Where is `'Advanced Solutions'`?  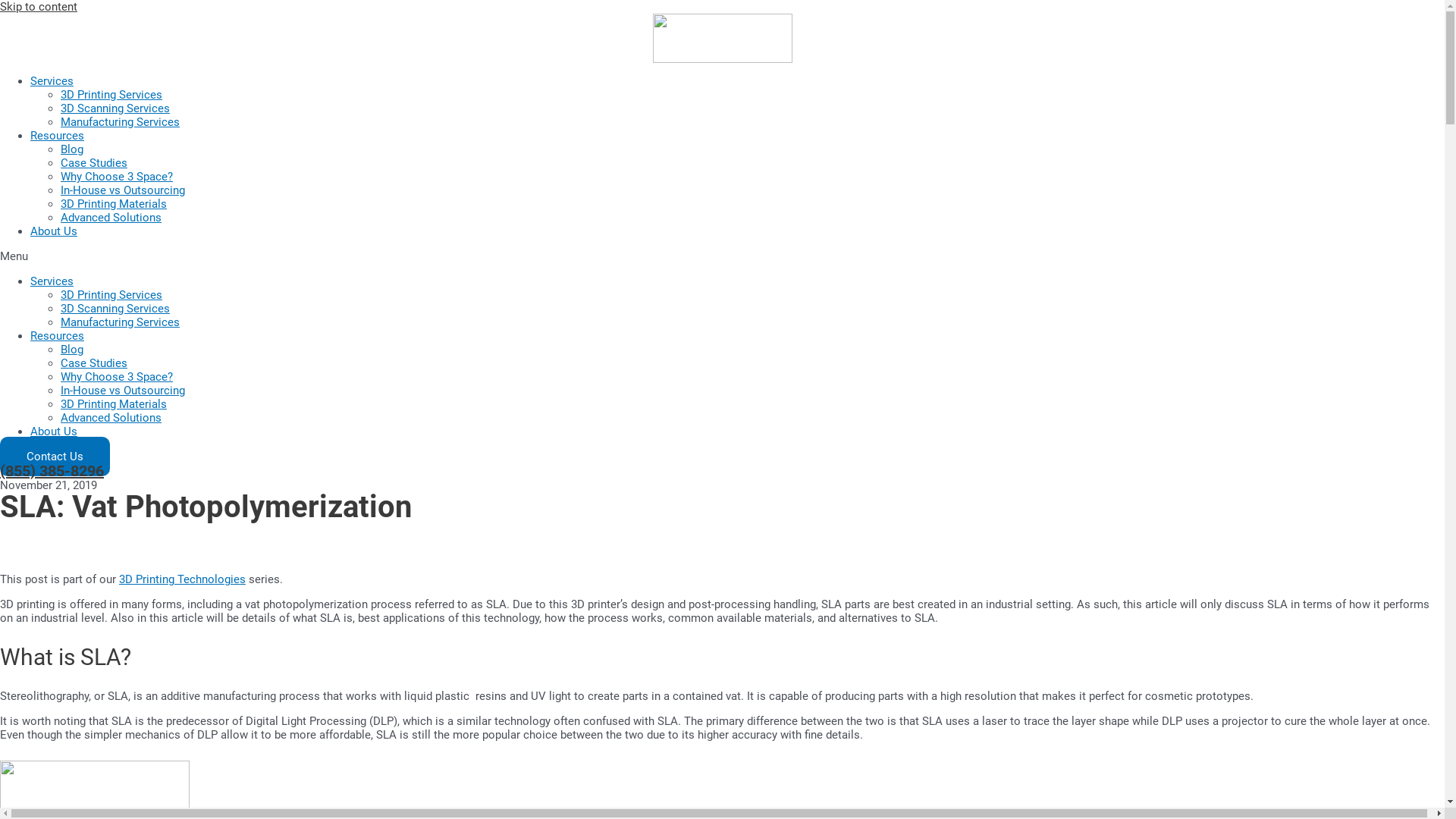
'Advanced Solutions' is located at coordinates (61, 217).